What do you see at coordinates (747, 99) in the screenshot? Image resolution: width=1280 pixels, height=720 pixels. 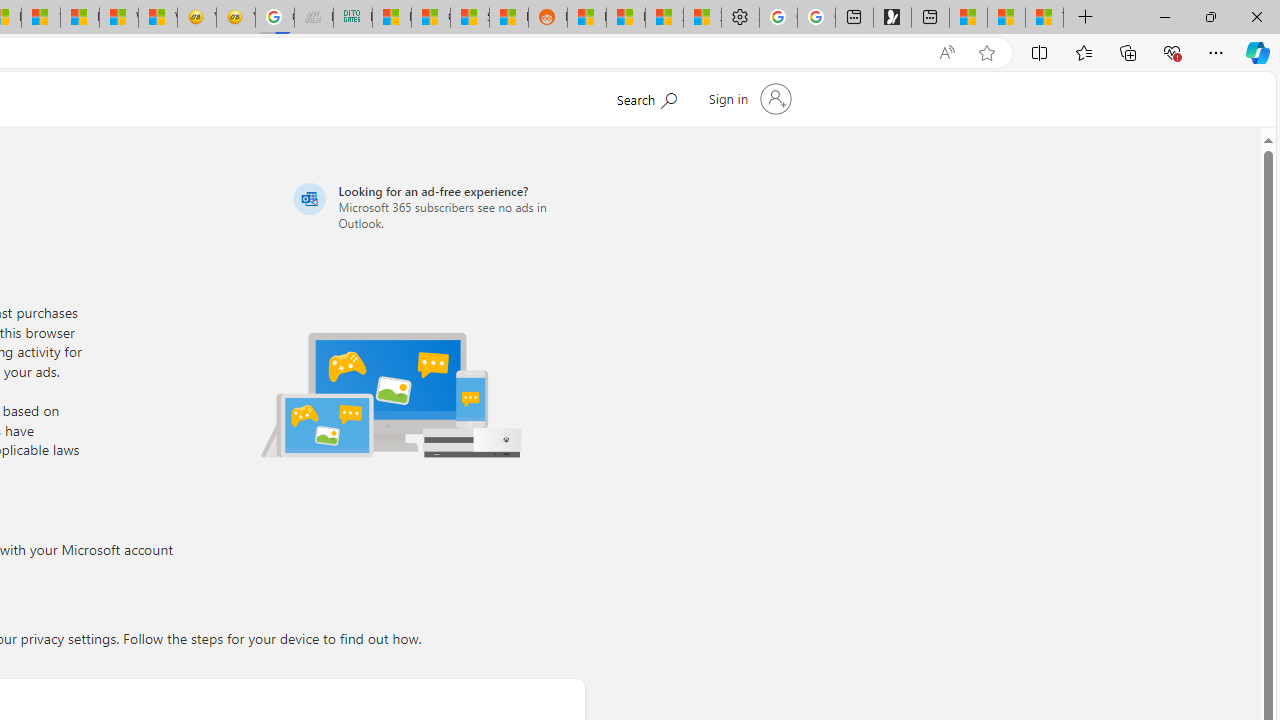 I see `'Sign in to your account'` at bounding box center [747, 99].